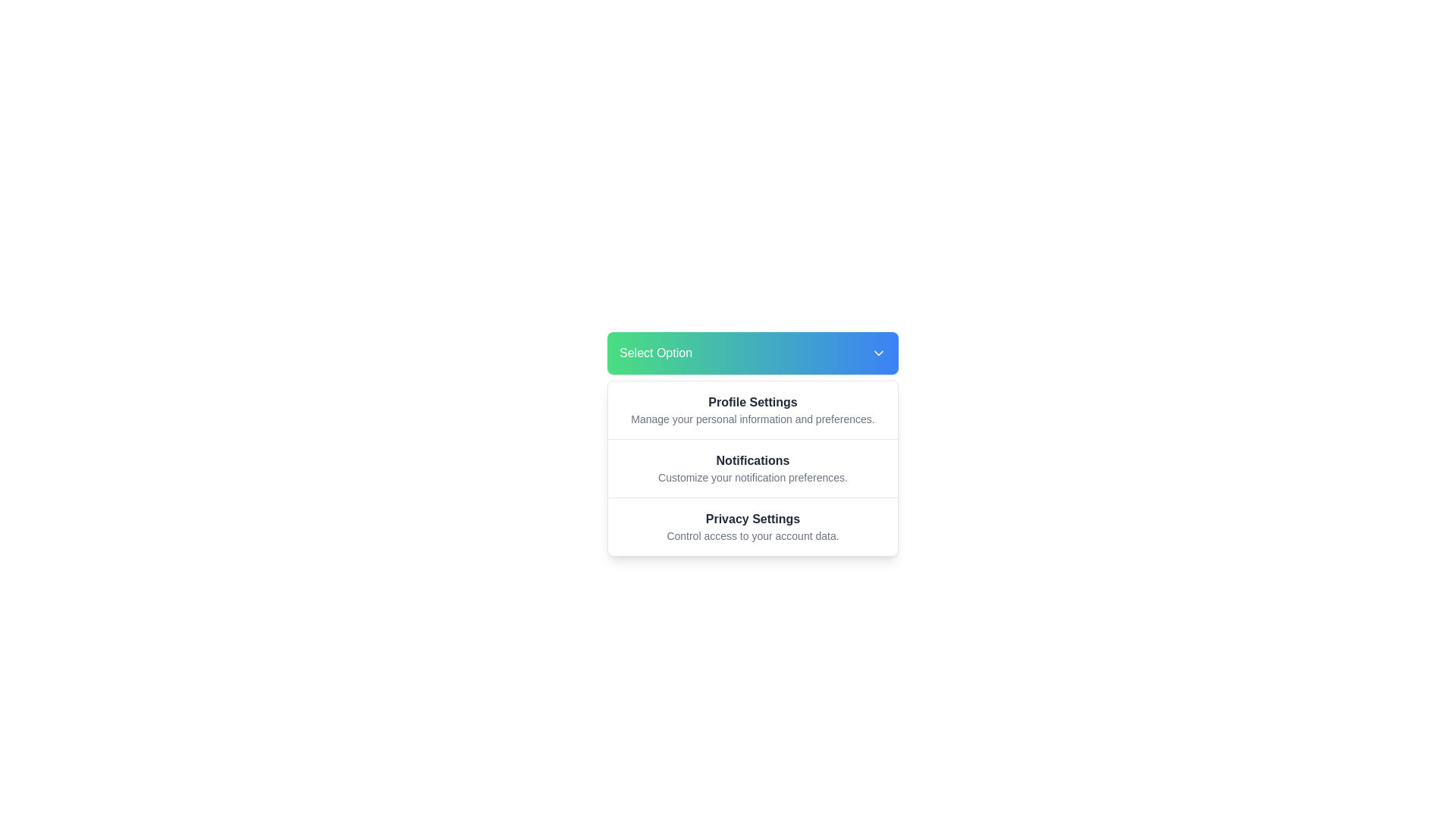 Image resolution: width=1456 pixels, height=819 pixels. Describe the element at coordinates (753, 353) in the screenshot. I see `the 'Select Option' dropdown trigger button with a gradient background` at that location.